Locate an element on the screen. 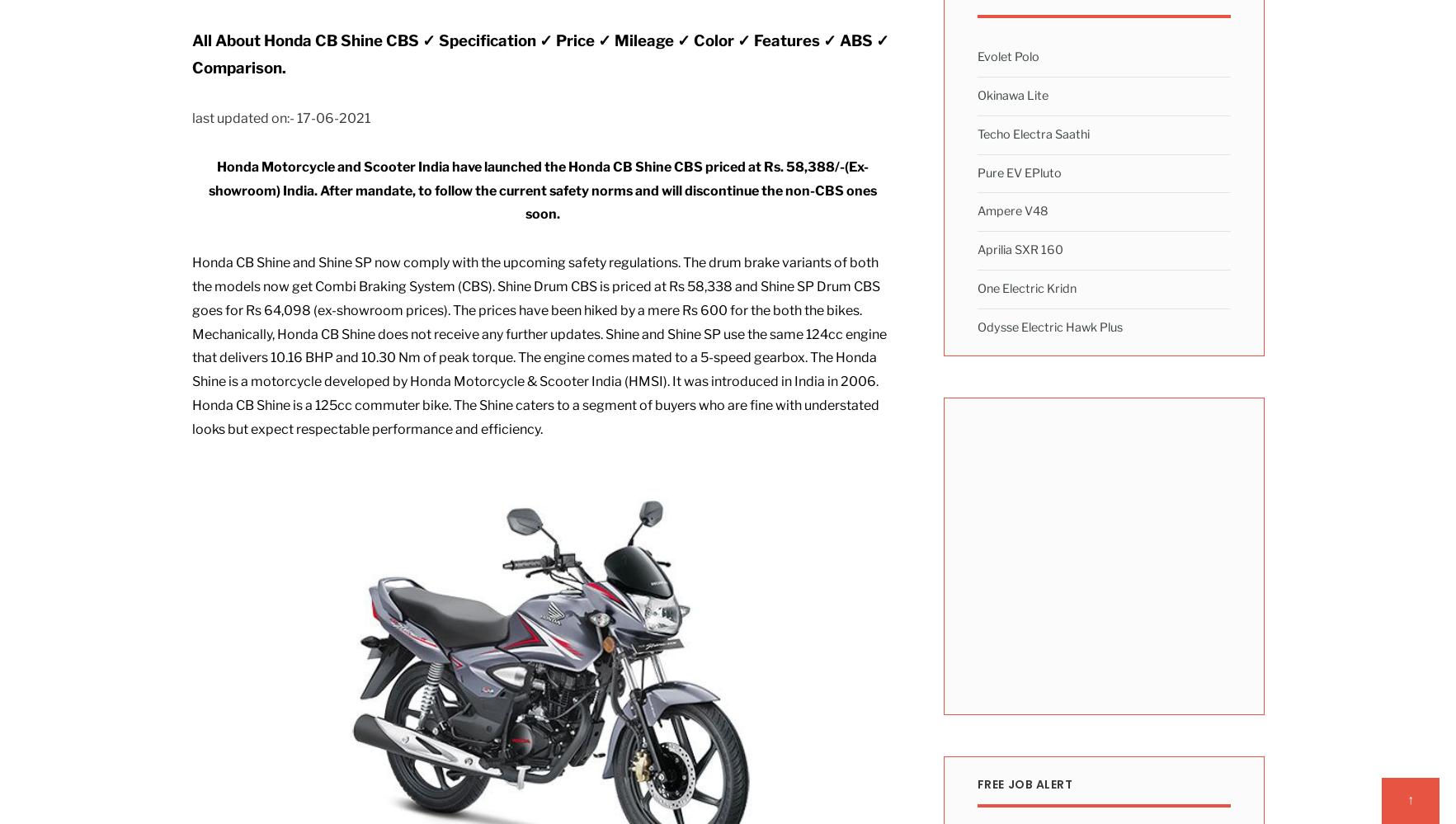 The image size is (1456, 824). 'Pure EV EPluto' is located at coordinates (1018, 171).